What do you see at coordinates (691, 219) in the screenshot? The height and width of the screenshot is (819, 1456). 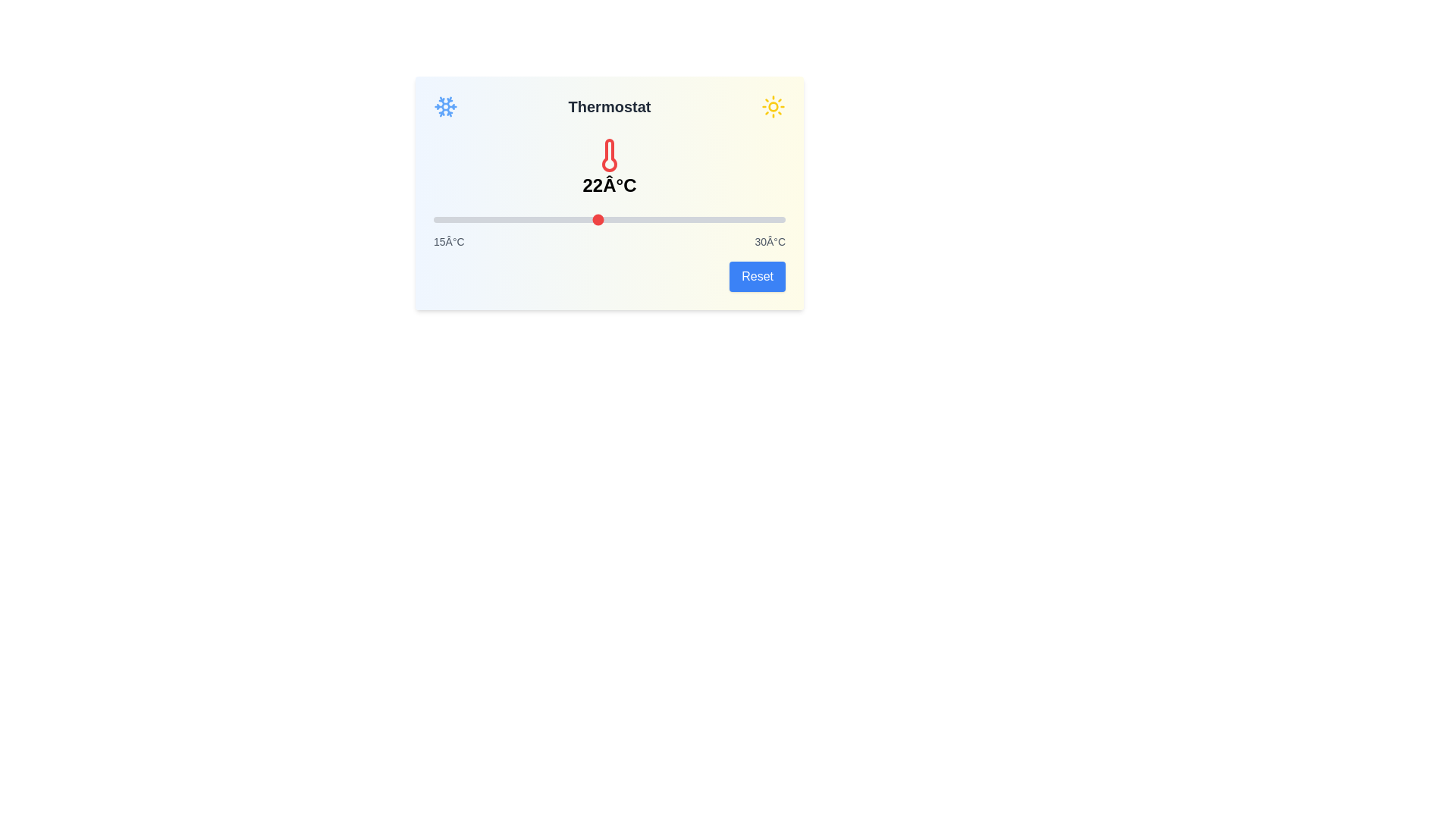 I see `the slider to set the temperature to 26 degrees` at bounding box center [691, 219].